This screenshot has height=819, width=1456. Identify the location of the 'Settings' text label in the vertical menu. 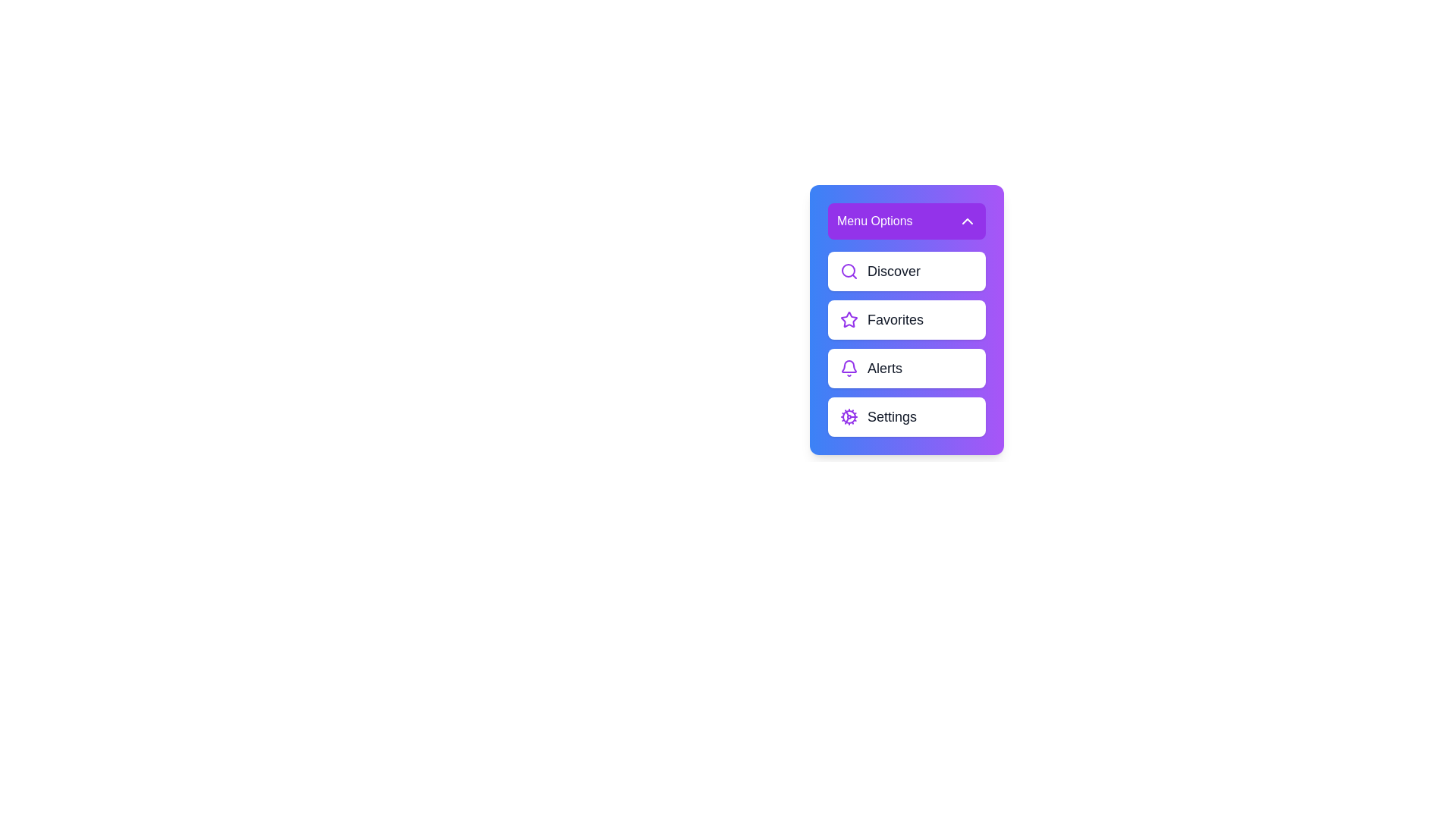
(892, 417).